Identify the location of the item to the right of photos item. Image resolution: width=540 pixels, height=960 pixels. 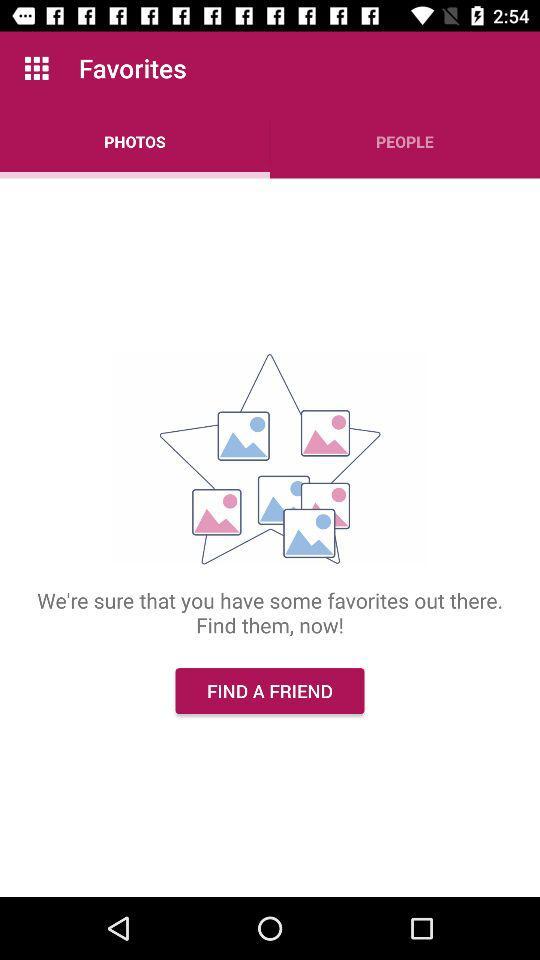
(405, 140).